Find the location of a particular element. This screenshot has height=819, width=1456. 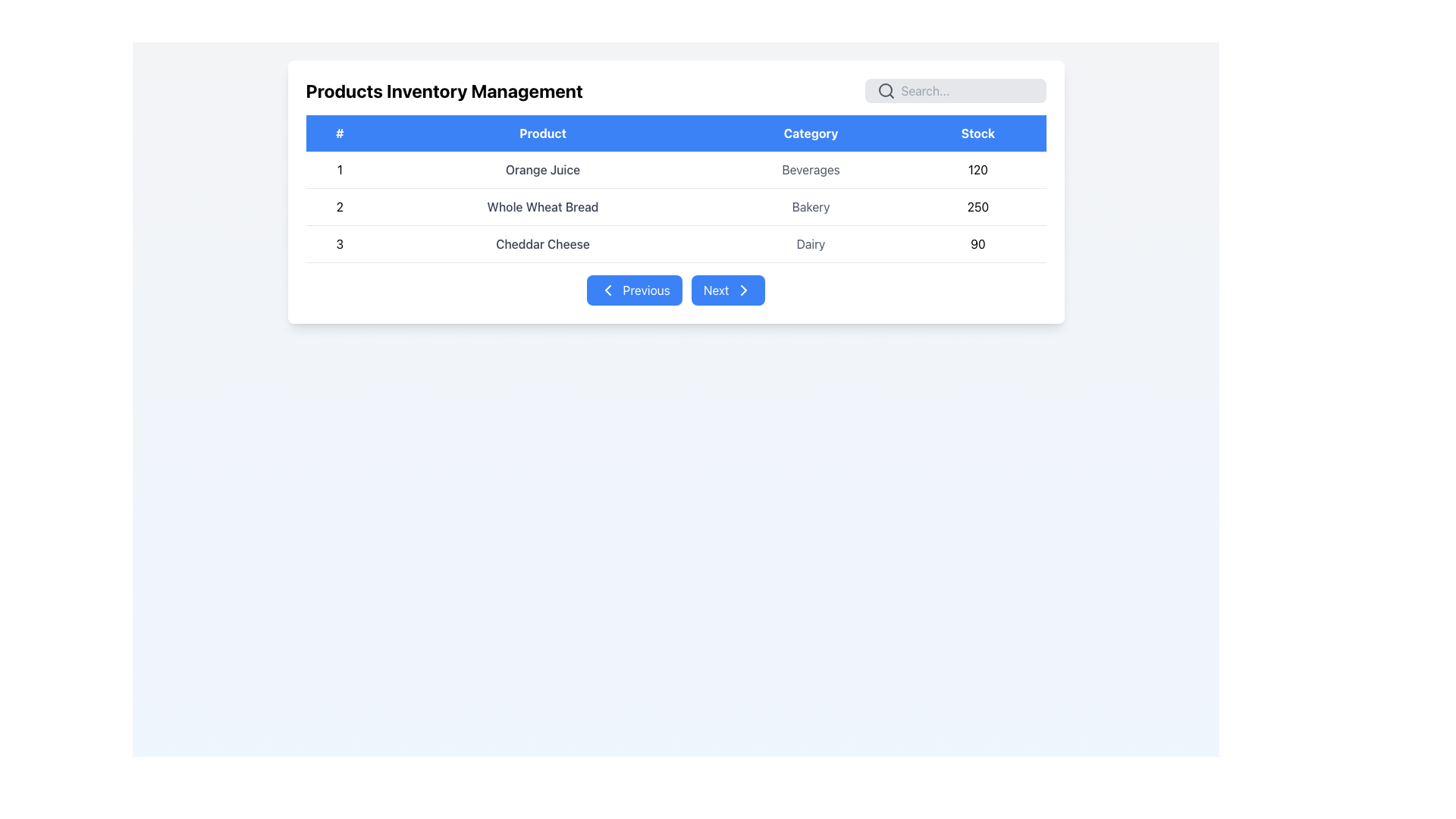

the static text field displaying the number '250' in the rightmost column of the second row under the 'Stock' category, aligned with 'Bakery' and 'Whole Wheat Bread' is located at coordinates (977, 207).